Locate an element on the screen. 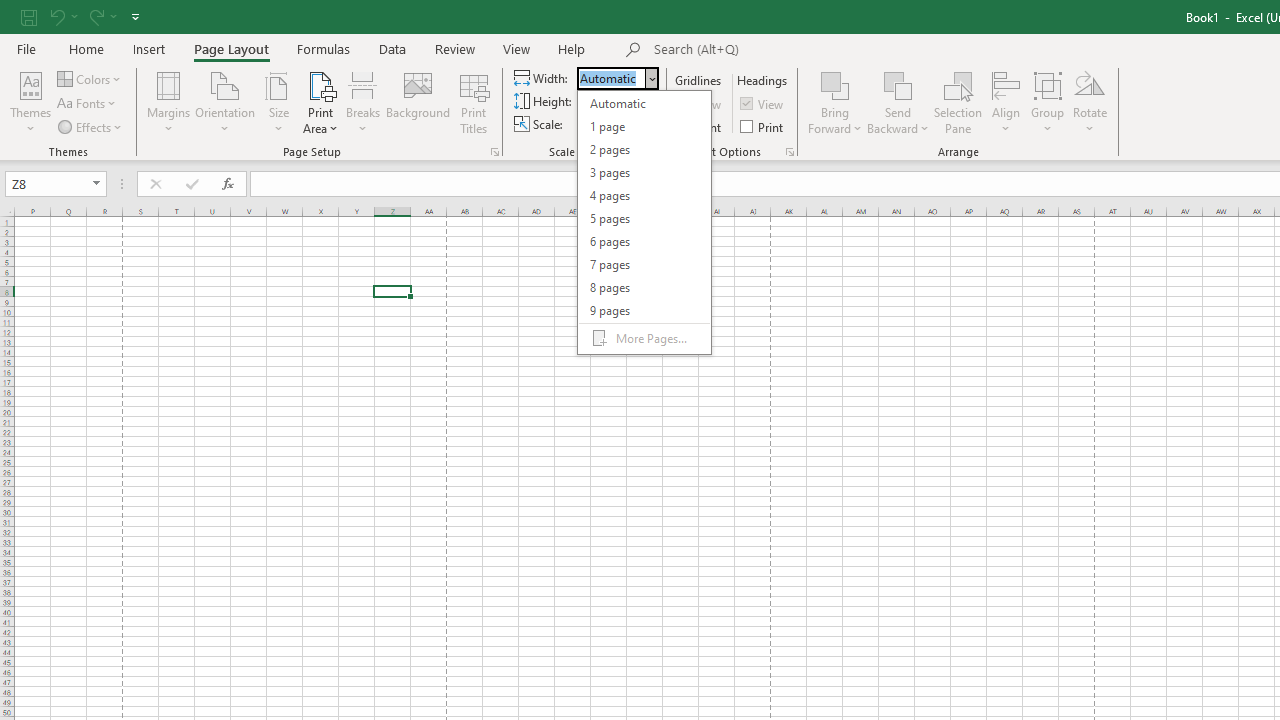 This screenshot has width=1280, height=720. 'Size' is located at coordinates (278, 103).